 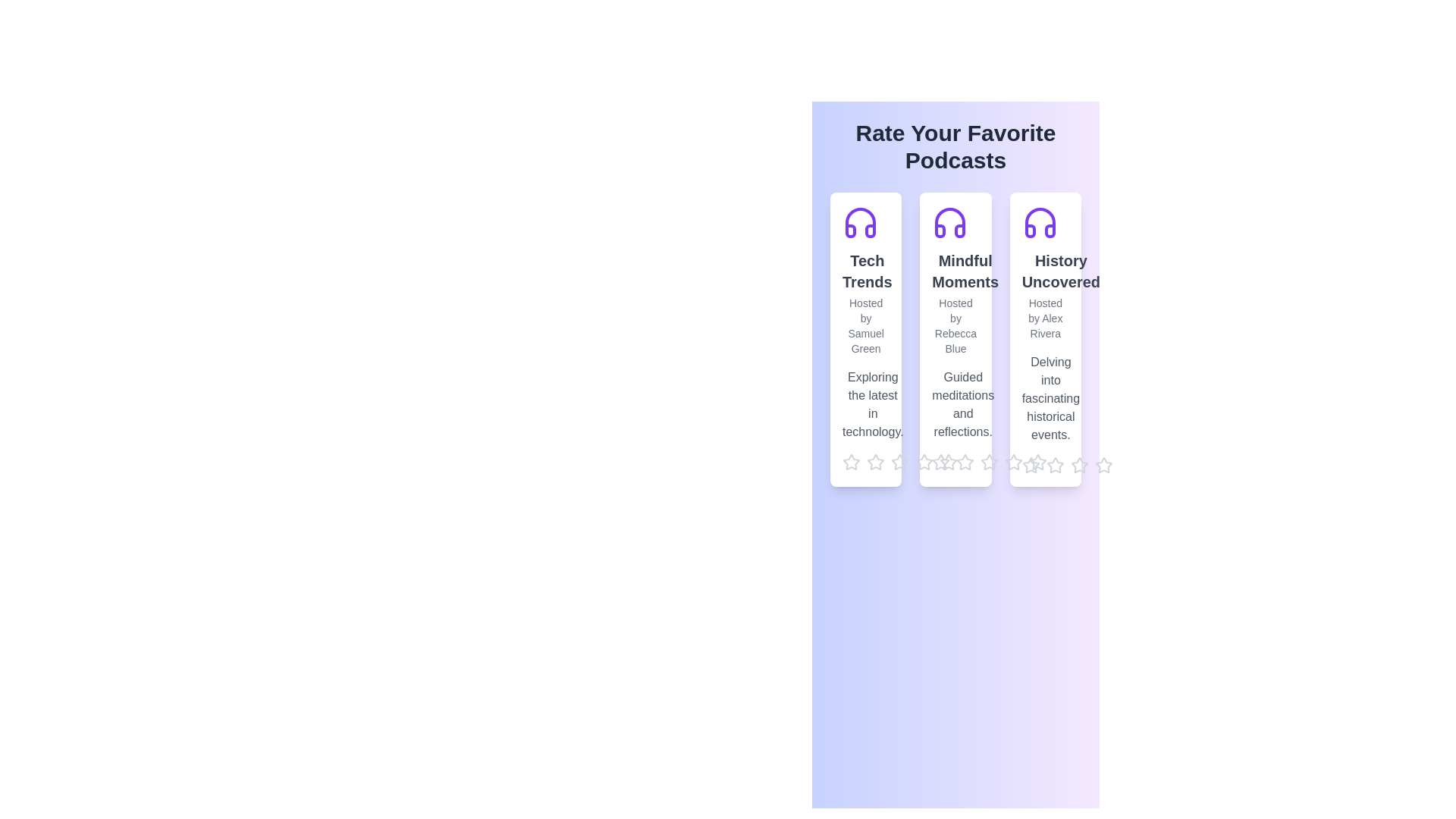 What do you see at coordinates (954, 338) in the screenshot?
I see `the podcast card titled Mindful Moments` at bounding box center [954, 338].